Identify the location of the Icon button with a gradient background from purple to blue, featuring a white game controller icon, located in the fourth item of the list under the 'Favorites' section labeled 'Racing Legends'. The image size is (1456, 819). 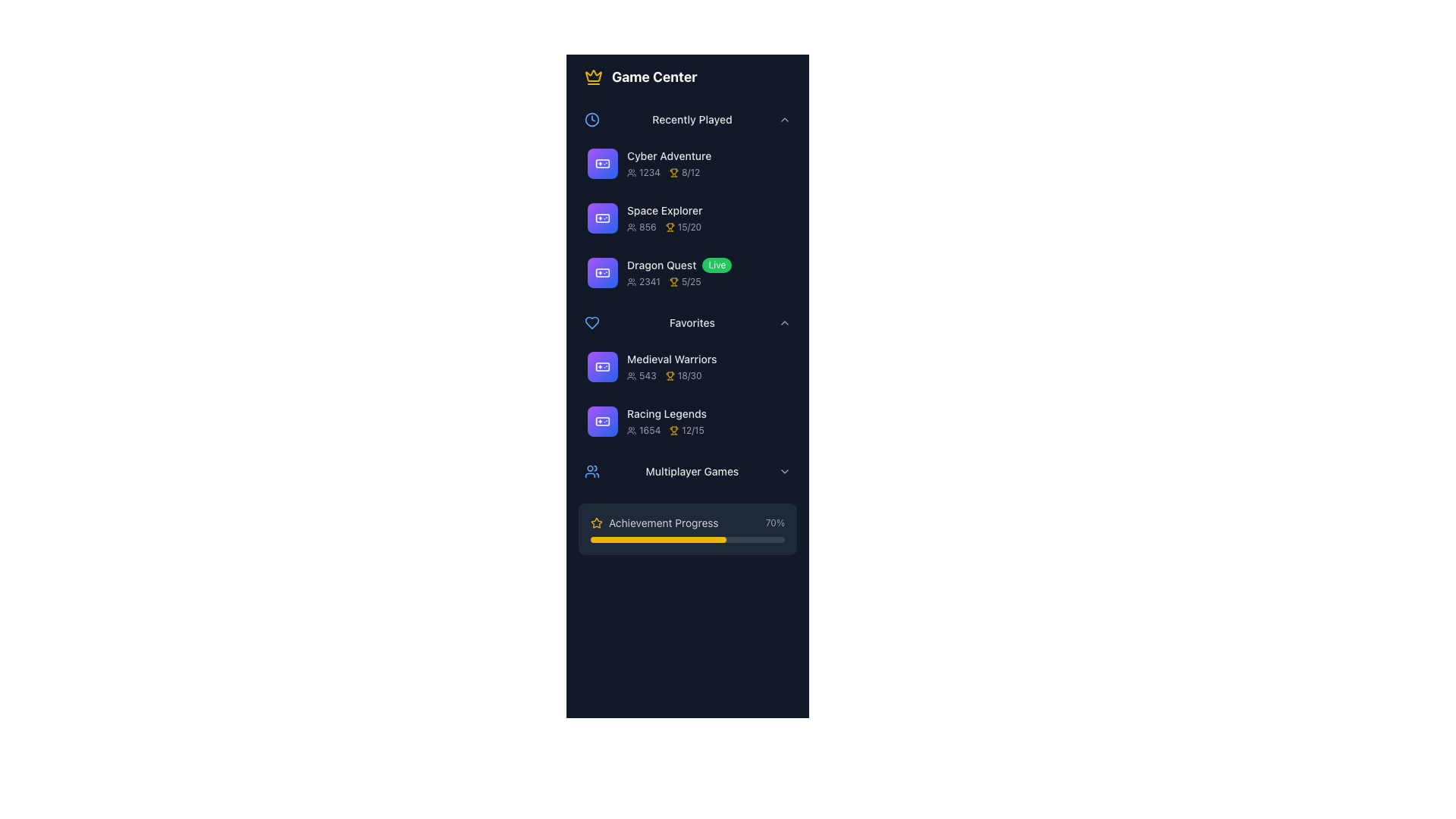
(602, 421).